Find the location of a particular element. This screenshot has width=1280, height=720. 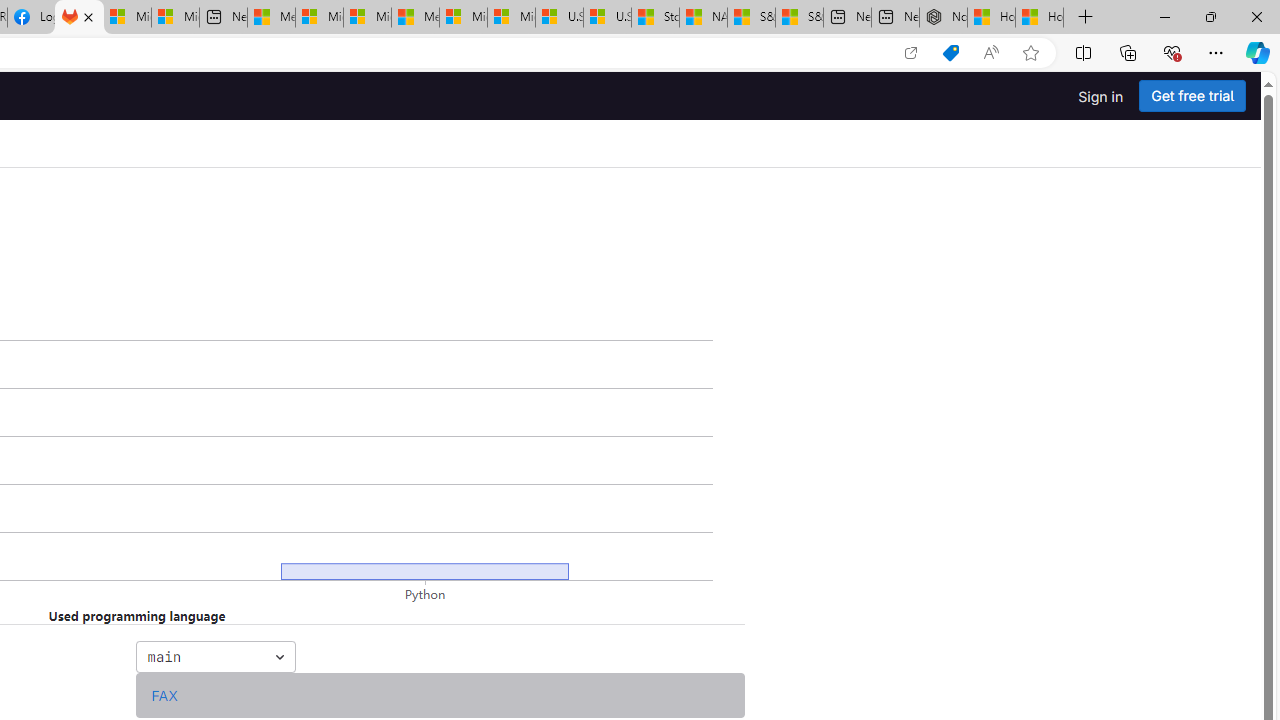

'main' is located at coordinates (215, 656).